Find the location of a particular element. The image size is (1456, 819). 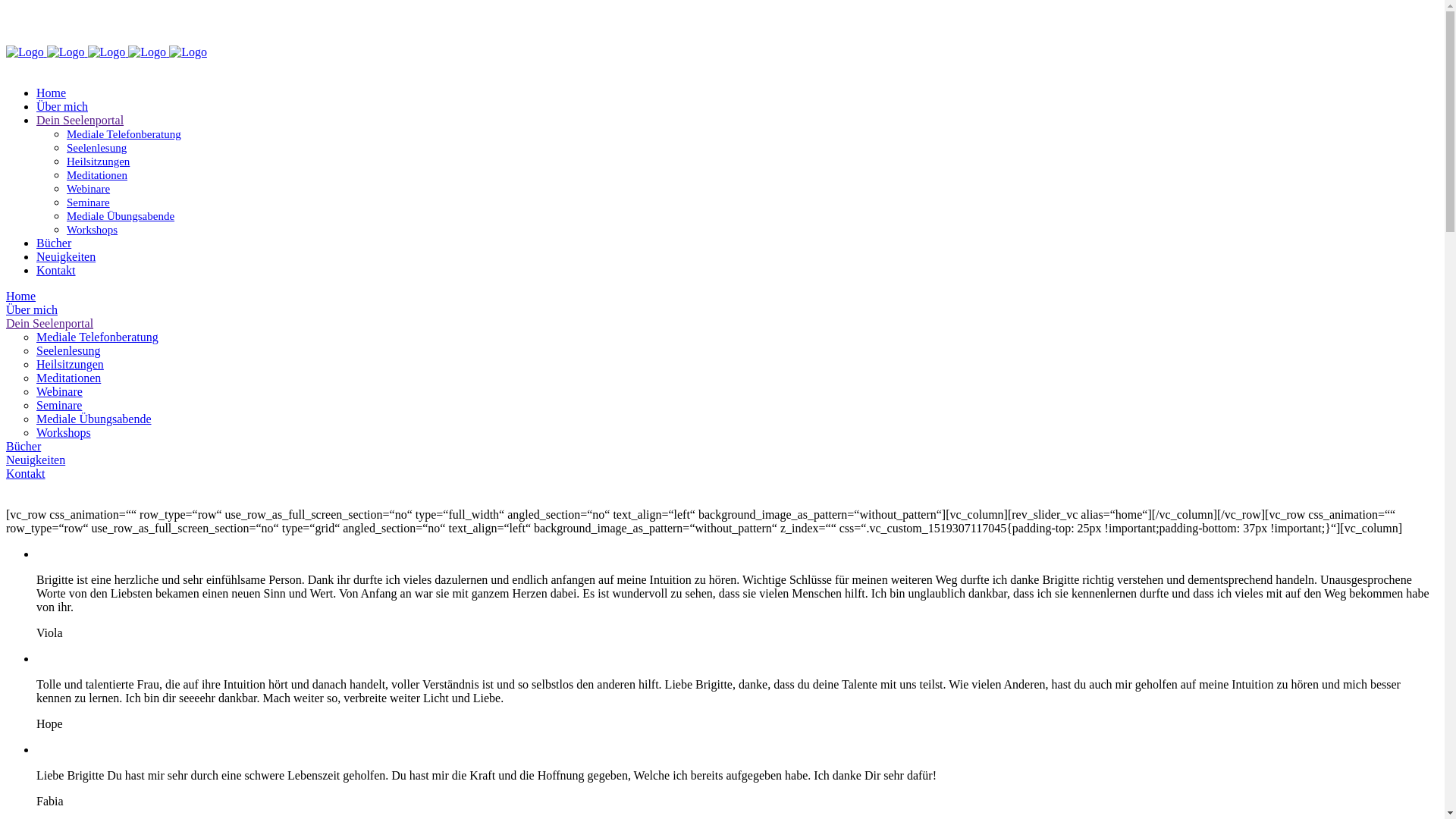

'Neuigkeiten' is located at coordinates (36, 459).